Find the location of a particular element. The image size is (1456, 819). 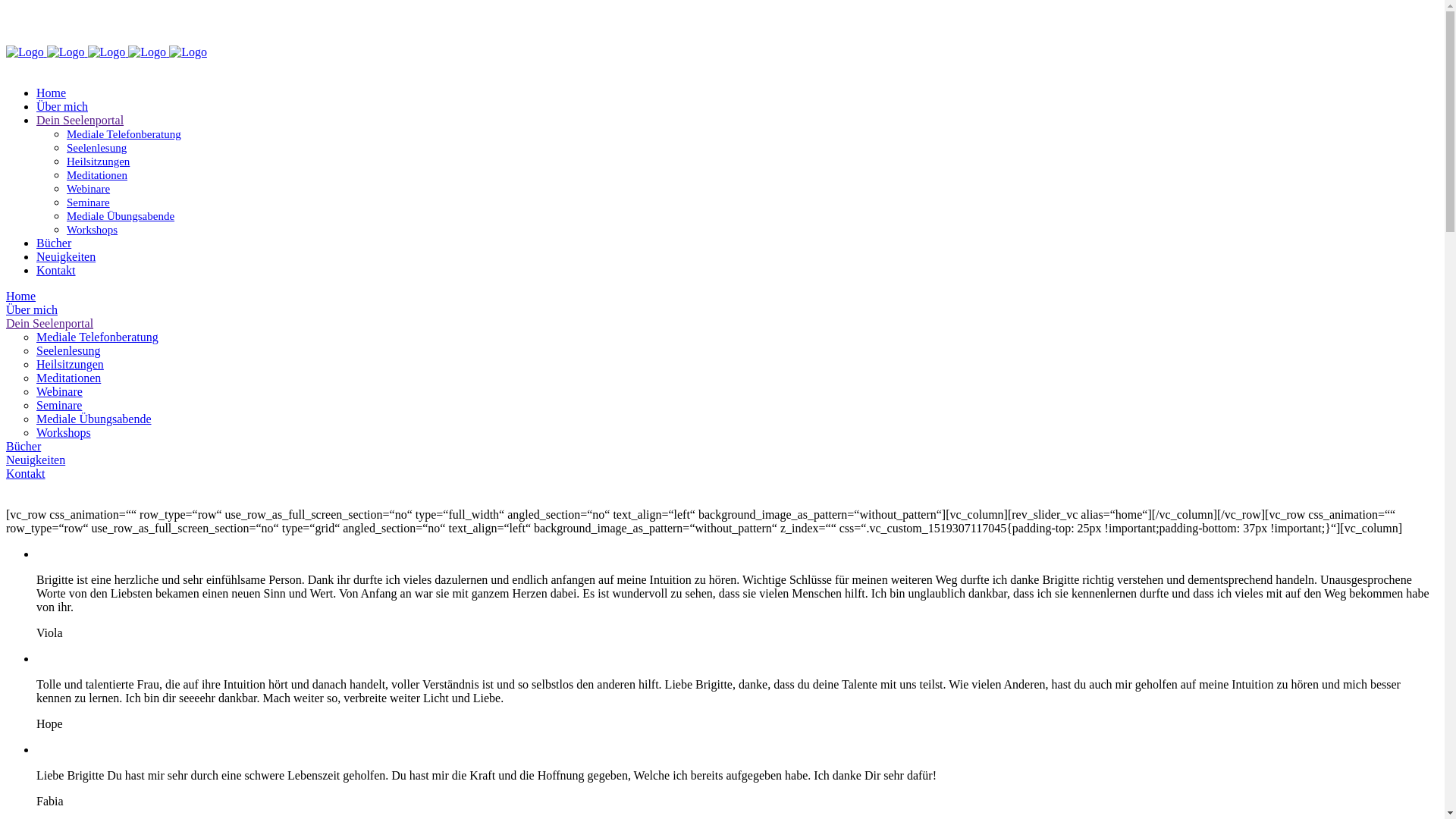

'Neuigkeiten' is located at coordinates (36, 459).